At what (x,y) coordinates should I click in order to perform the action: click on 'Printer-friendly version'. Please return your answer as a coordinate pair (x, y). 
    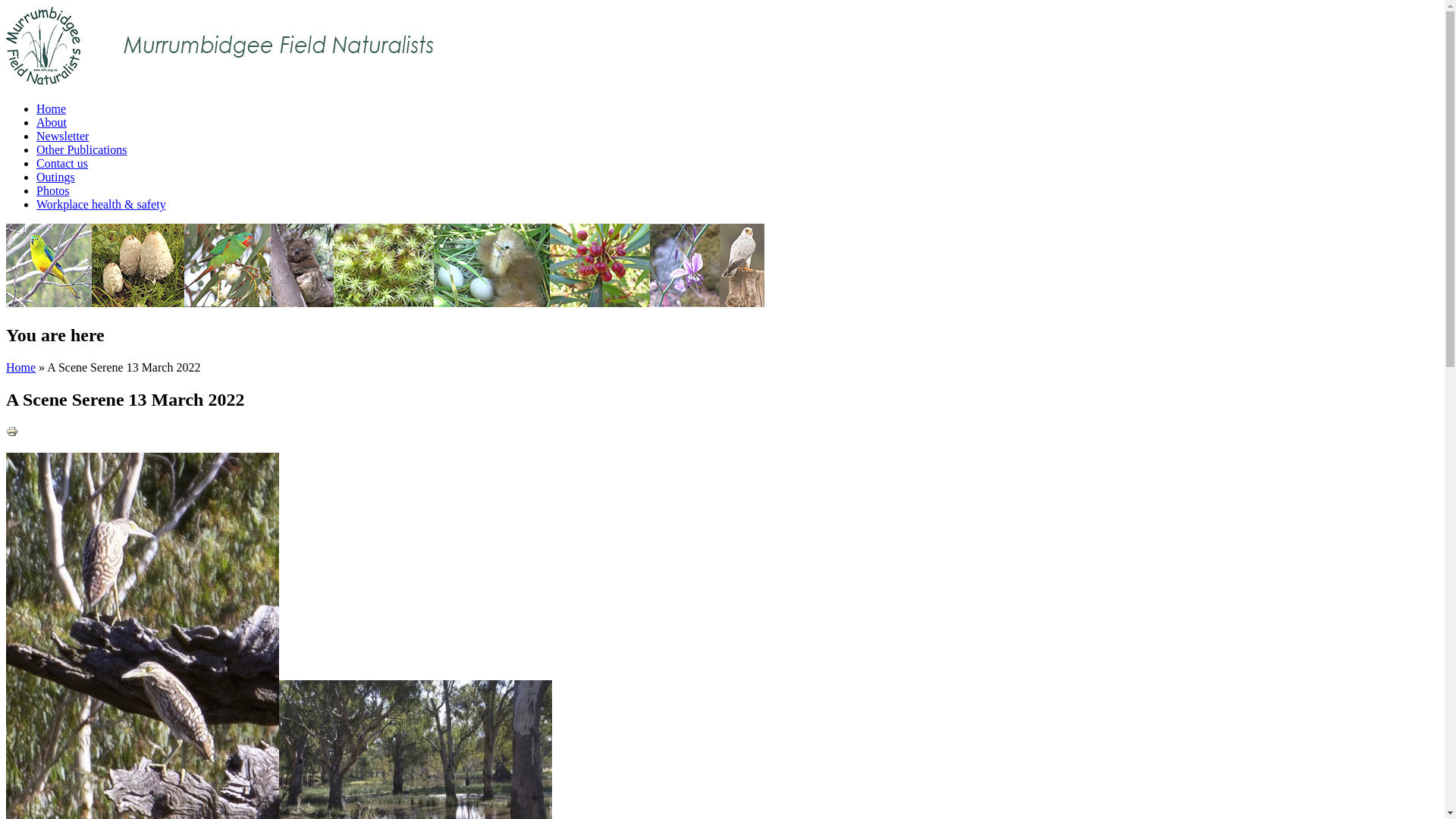
    Looking at the image, I should click on (6, 431).